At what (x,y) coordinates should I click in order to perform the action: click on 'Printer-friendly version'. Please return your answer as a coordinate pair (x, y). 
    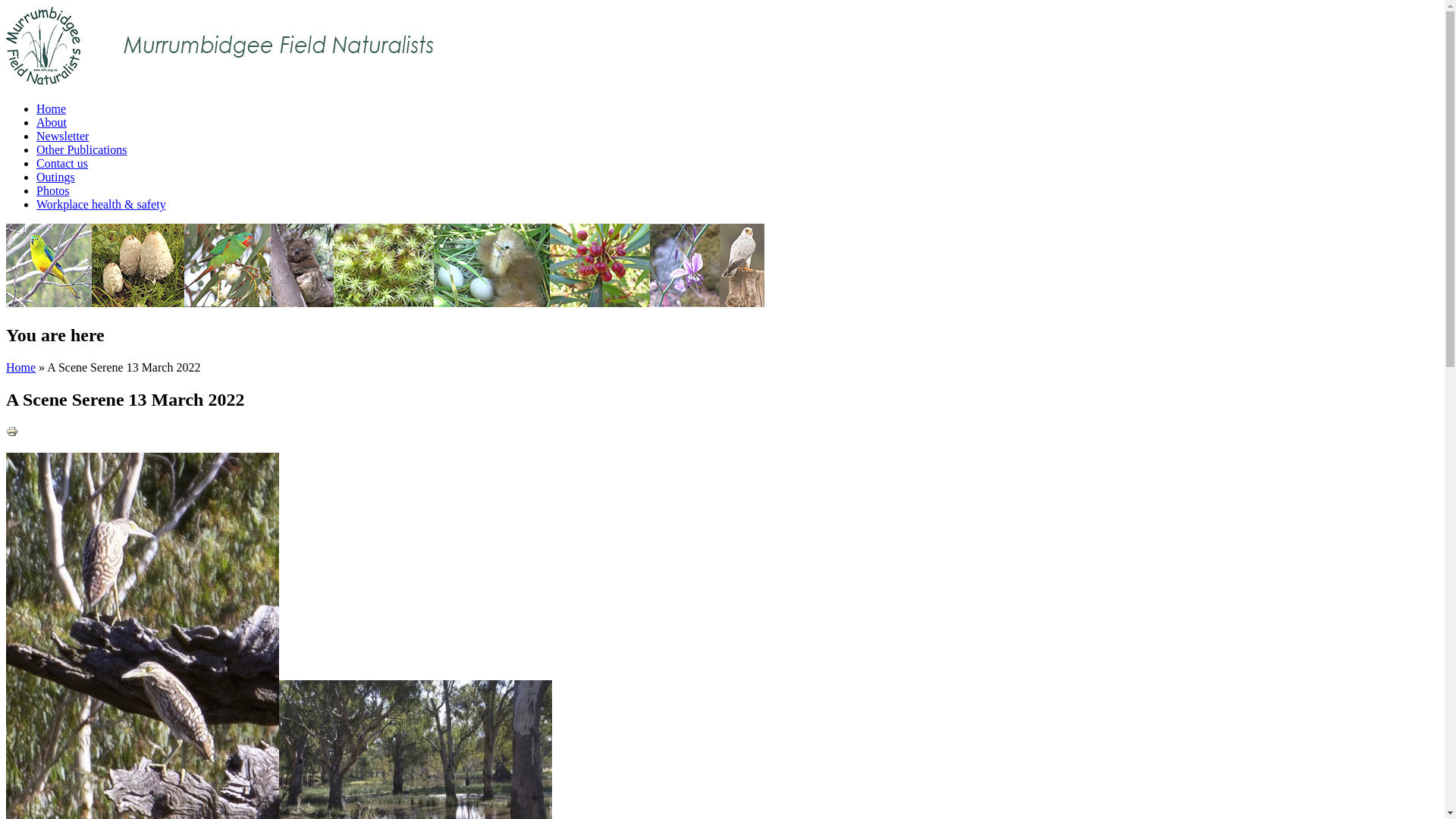
    Looking at the image, I should click on (6, 431).